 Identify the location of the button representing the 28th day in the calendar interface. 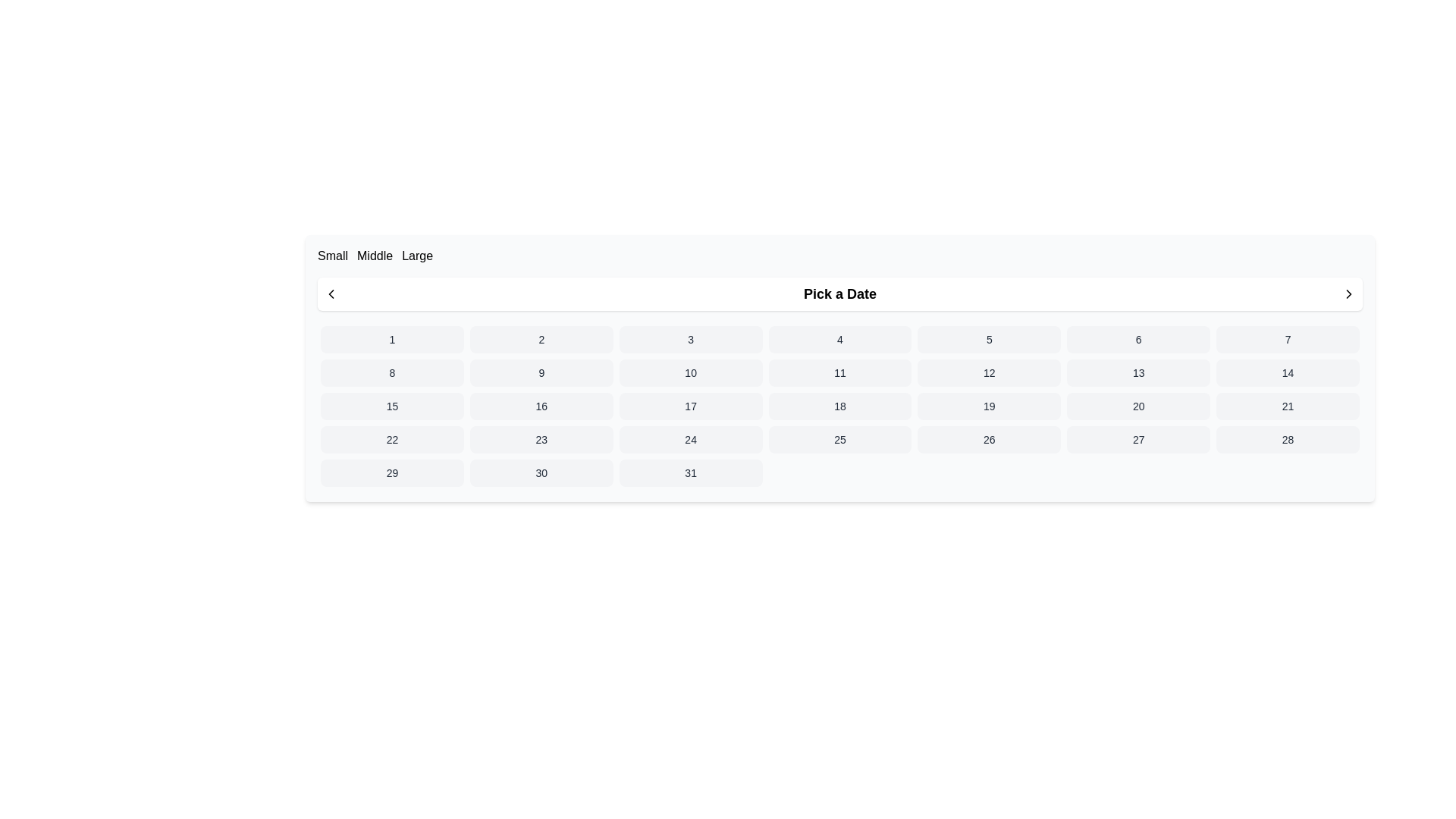
(1287, 439).